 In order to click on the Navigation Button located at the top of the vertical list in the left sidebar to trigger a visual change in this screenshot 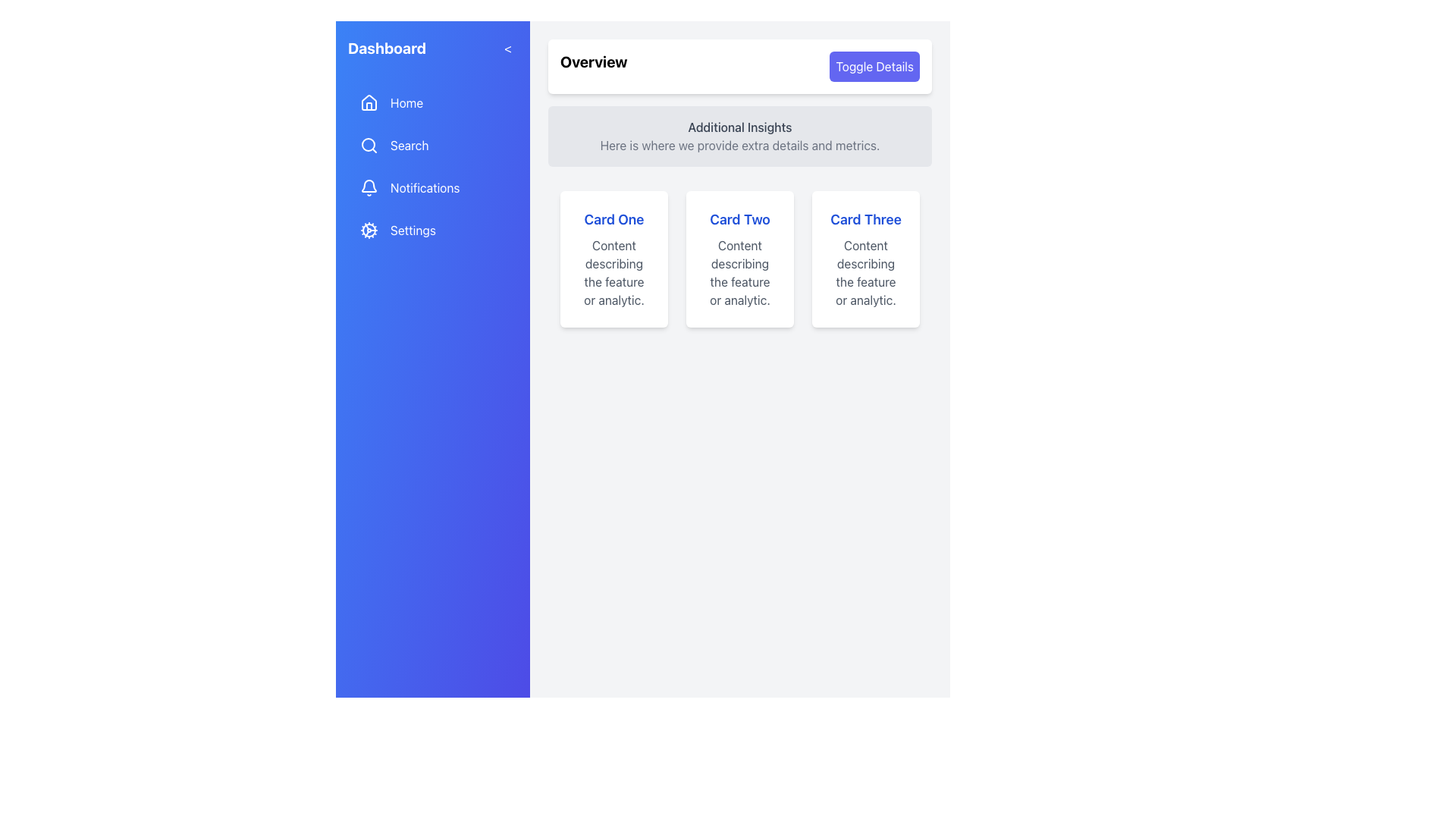, I will do `click(432, 102)`.